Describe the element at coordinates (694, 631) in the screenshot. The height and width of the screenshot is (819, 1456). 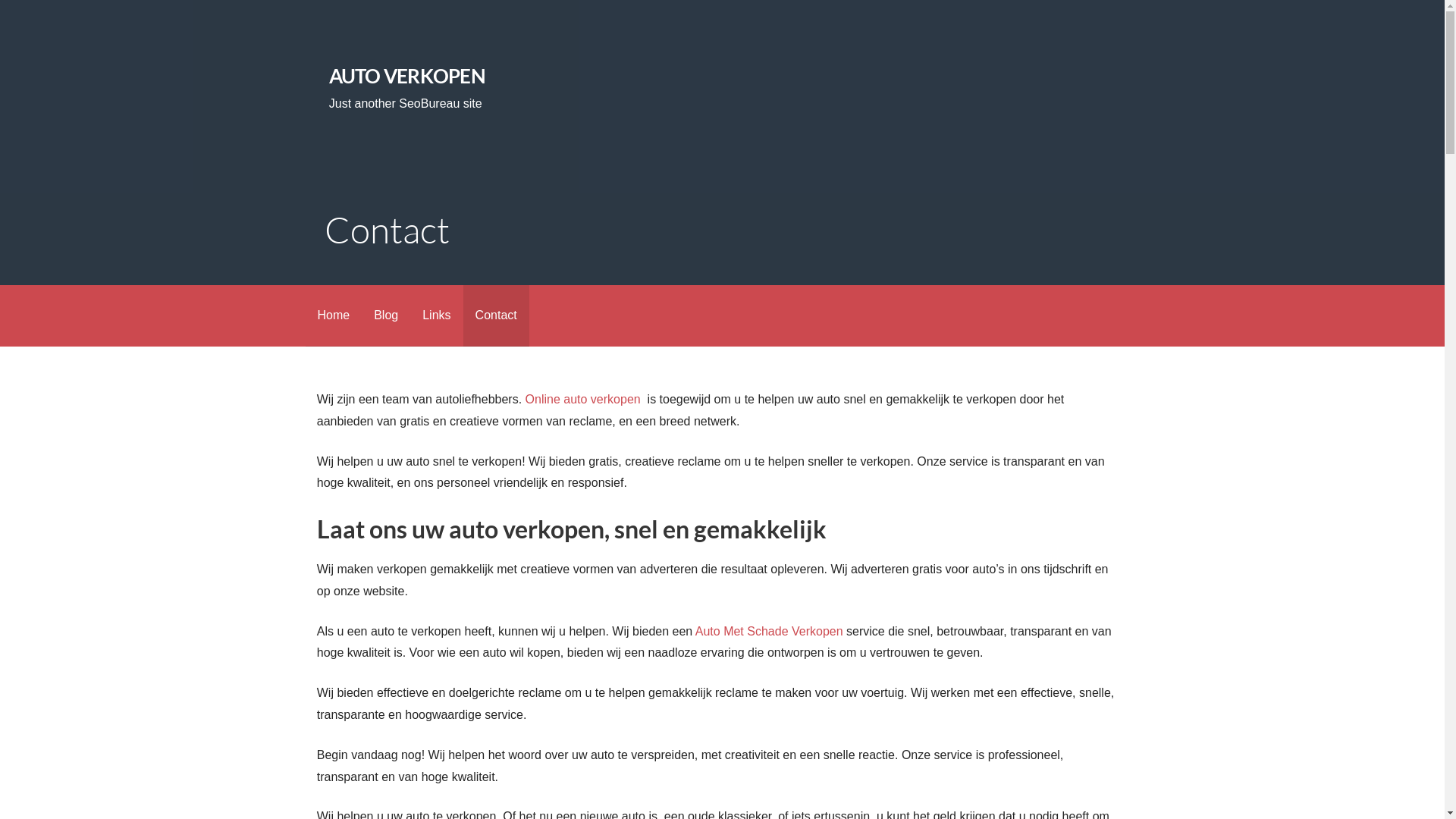
I see `'Auto Met Schade Verkopen'` at that location.